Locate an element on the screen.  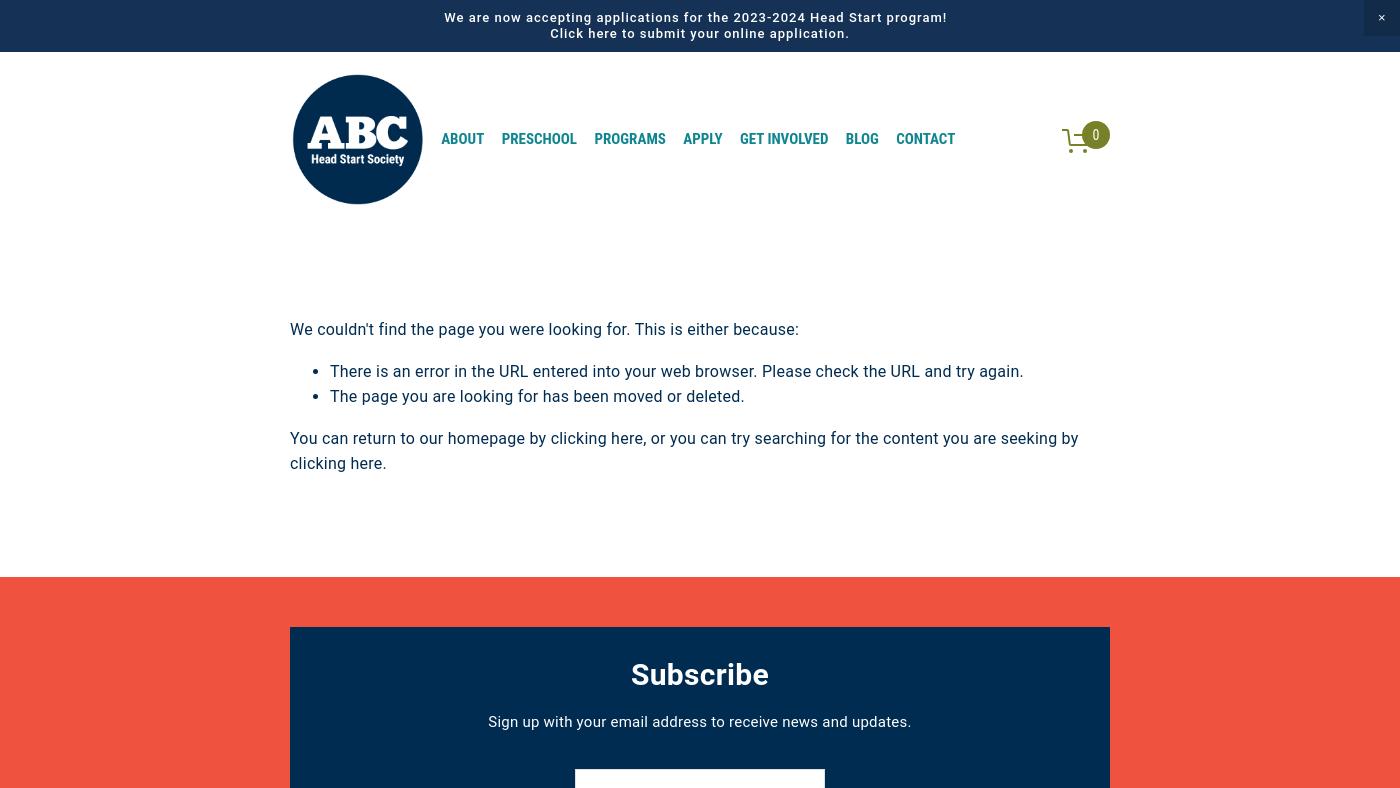
'Get Involved' is located at coordinates (738, 137).